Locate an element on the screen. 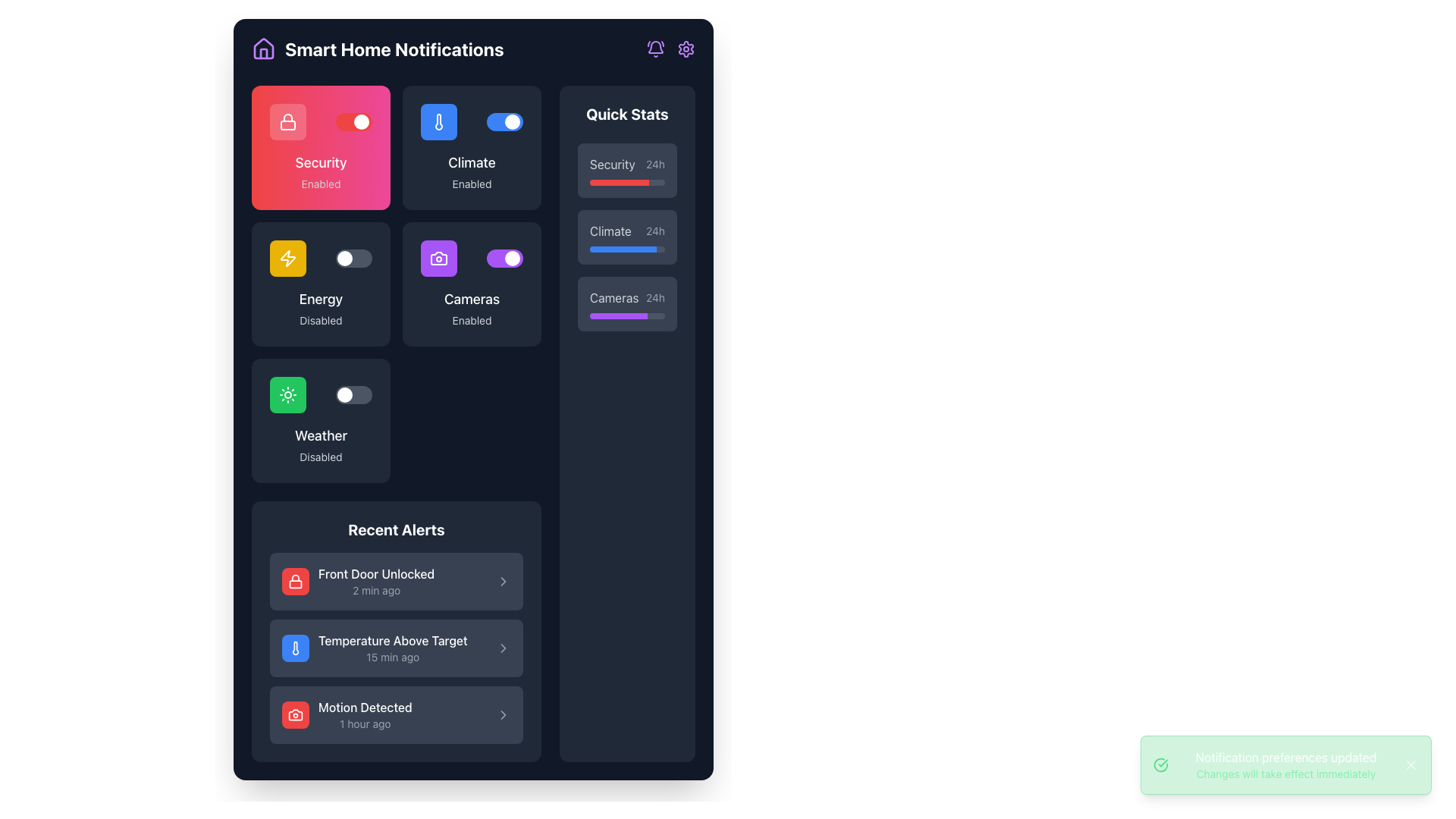  the 'Security 24h' progress bar located in the 'Quick Stats' section, which is positioned below the 'Security 24h' title is located at coordinates (627, 181).